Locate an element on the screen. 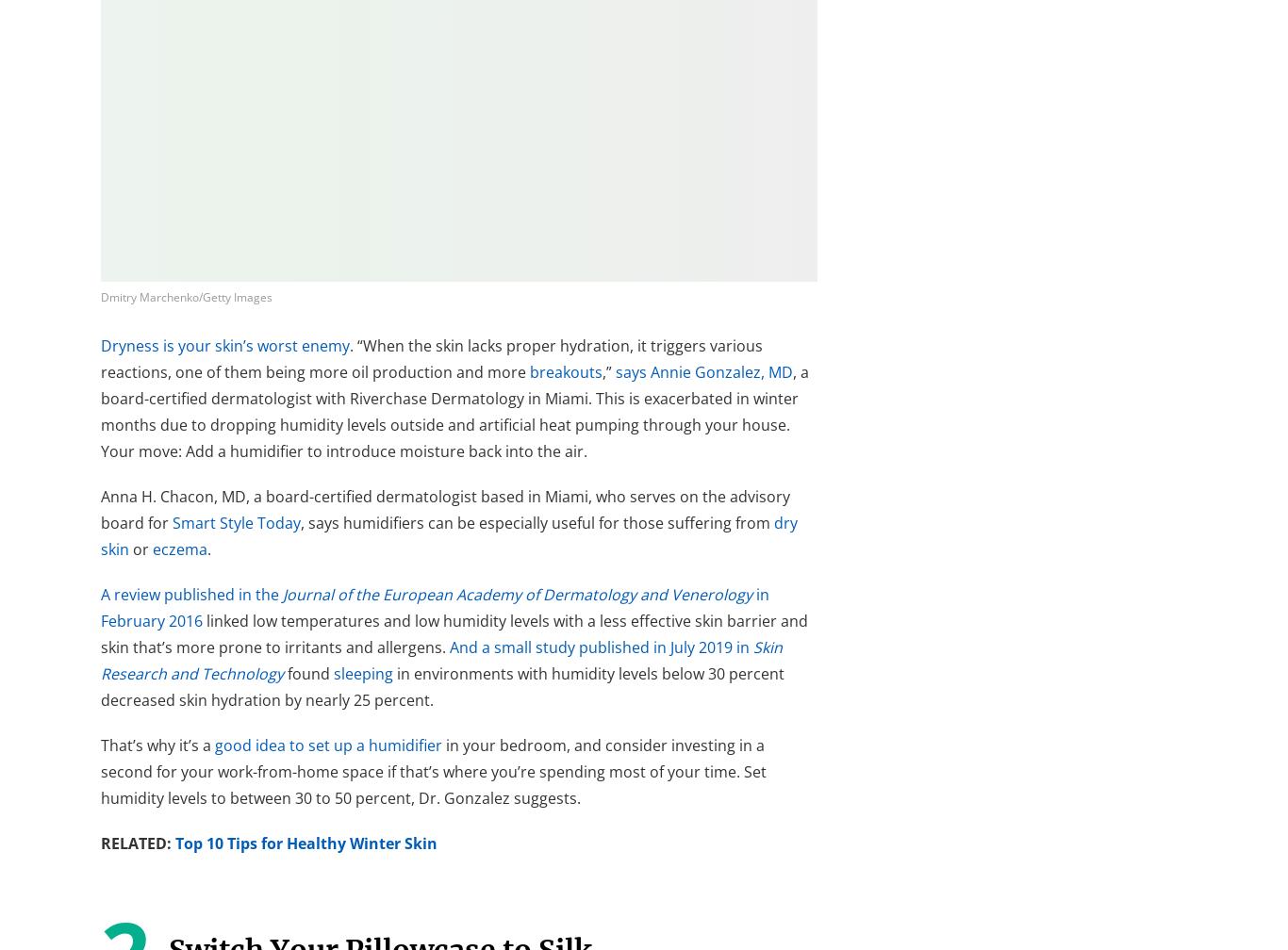  'Dryness is your skin’s worst enemy' is located at coordinates (225, 346).